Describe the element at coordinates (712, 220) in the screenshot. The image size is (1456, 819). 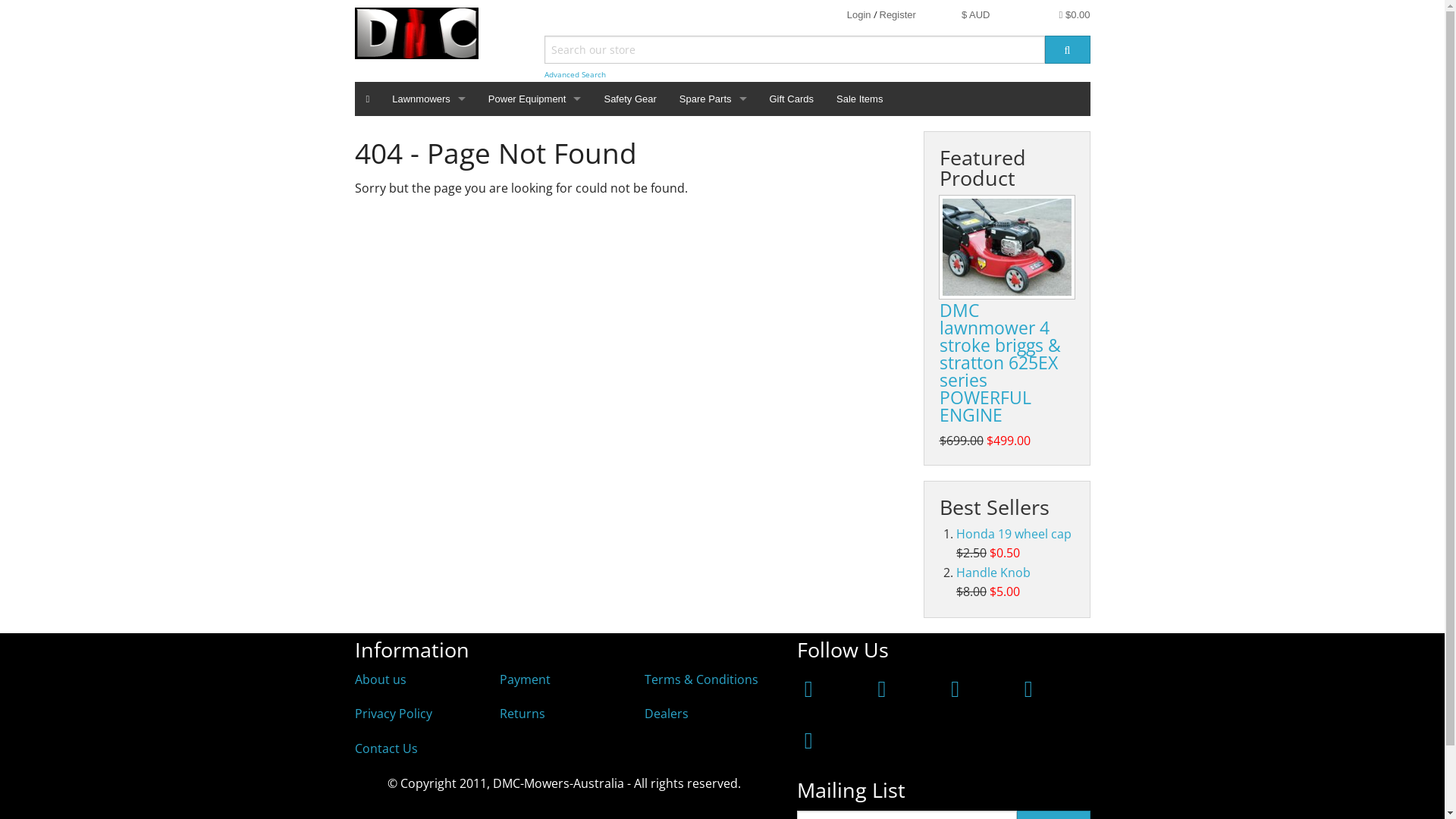
I see `'Cables & Controls'` at that location.